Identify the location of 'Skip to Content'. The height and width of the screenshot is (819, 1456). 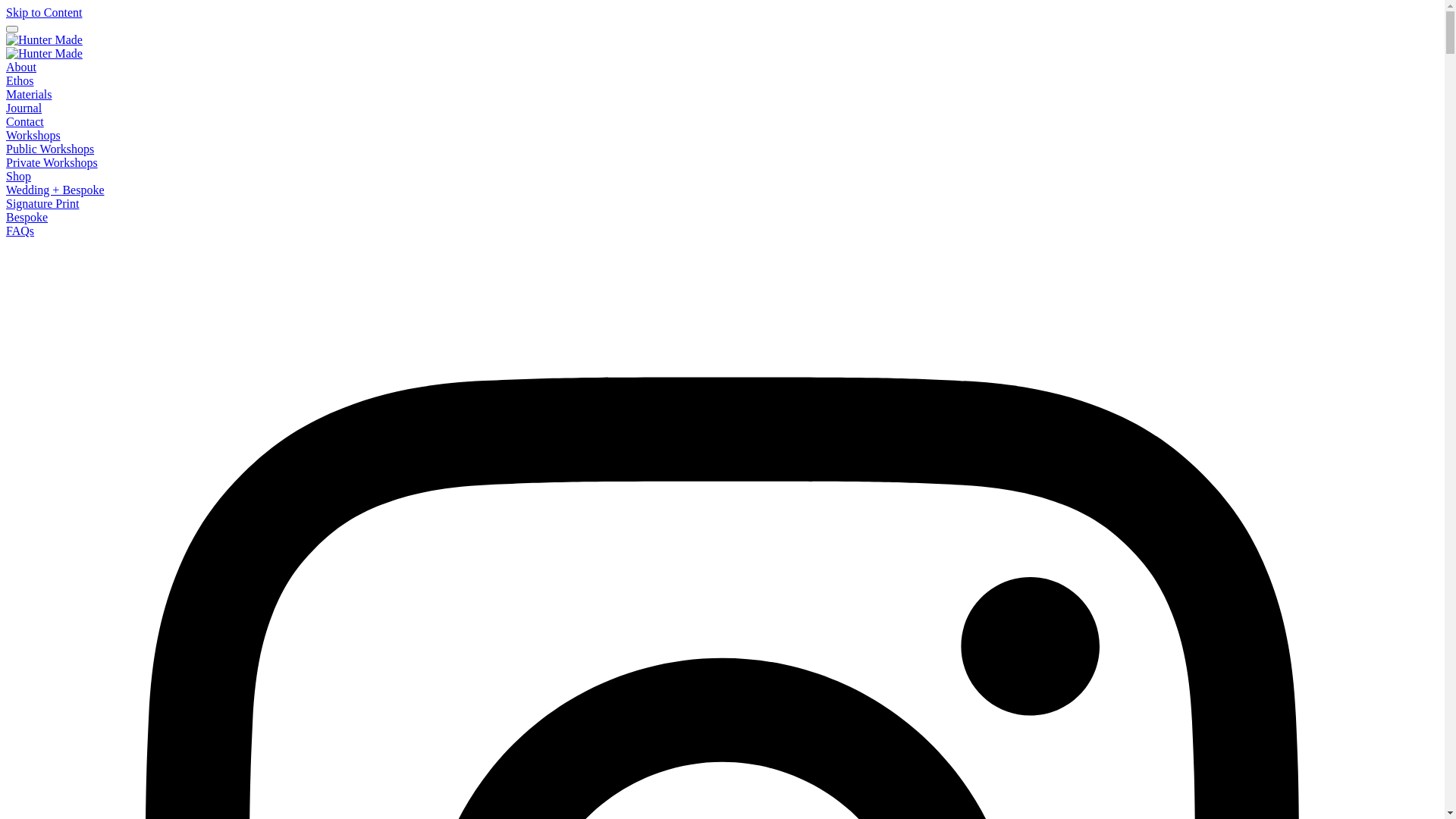
(43, 12).